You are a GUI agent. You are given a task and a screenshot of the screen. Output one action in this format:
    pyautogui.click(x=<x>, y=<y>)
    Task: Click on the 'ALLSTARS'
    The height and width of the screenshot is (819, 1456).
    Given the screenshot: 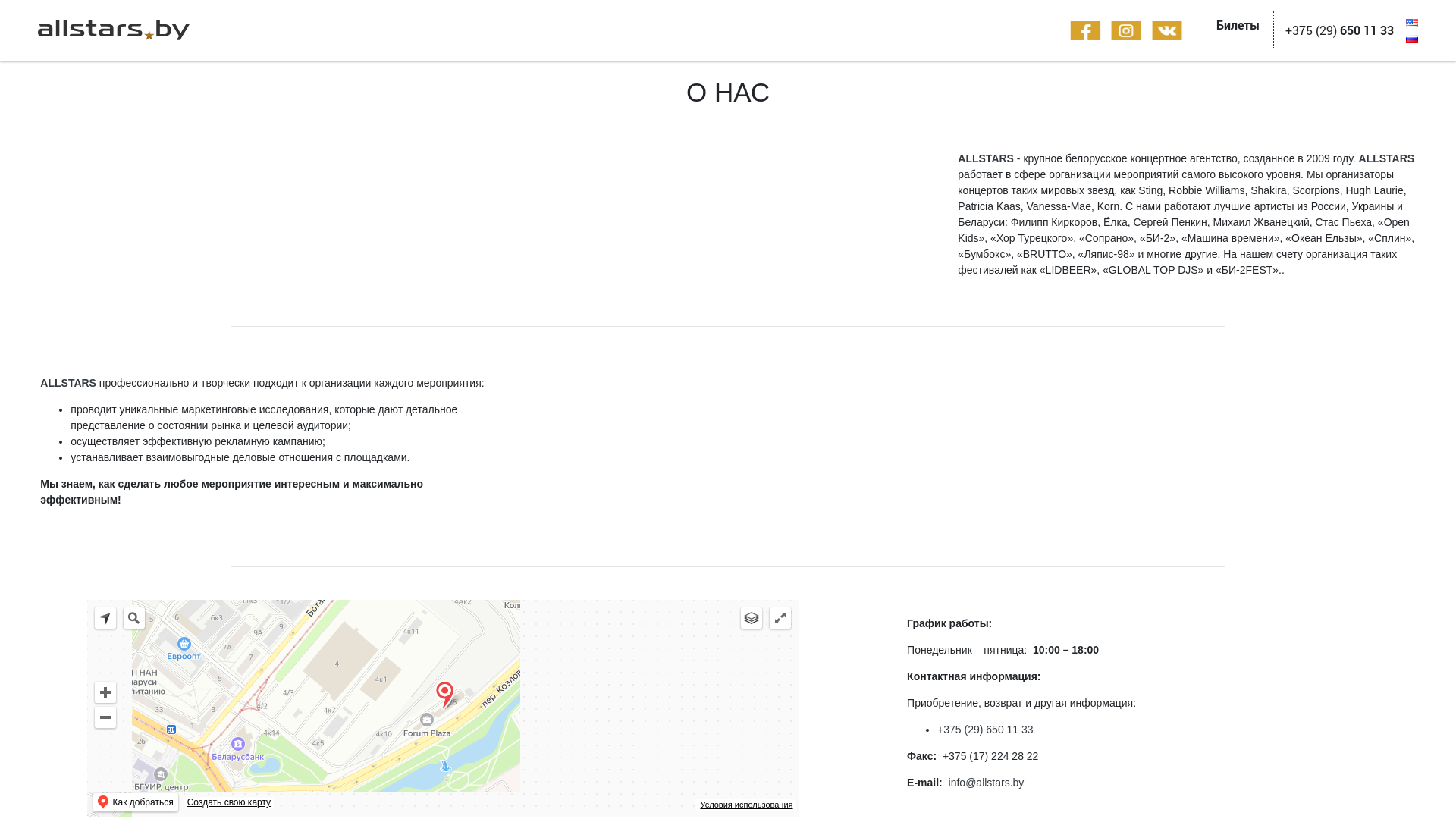 What is the action you would take?
    pyautogui.click(x=956, y=158)
    